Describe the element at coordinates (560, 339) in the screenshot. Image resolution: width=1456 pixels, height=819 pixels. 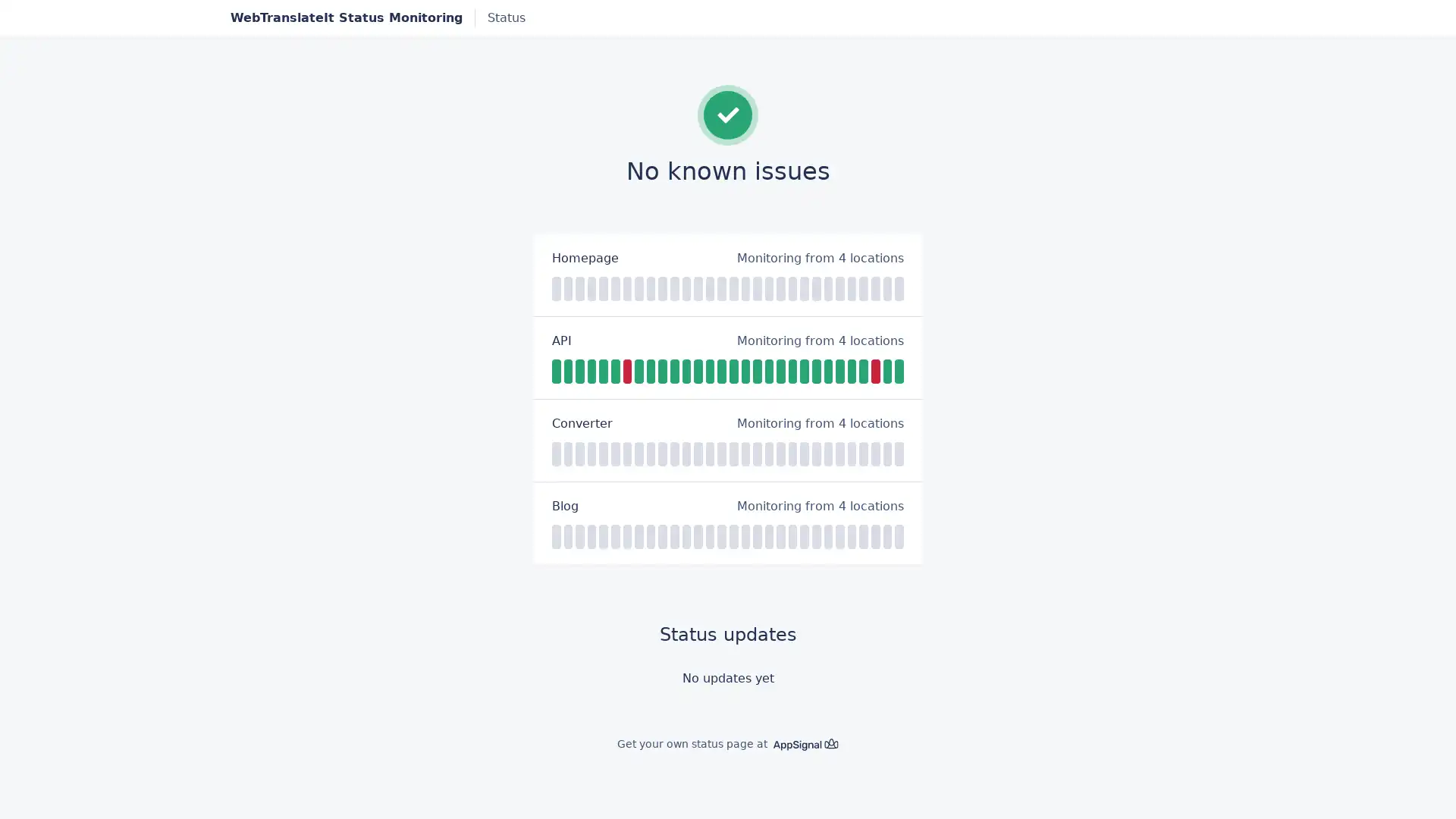
I see `API` at that location.